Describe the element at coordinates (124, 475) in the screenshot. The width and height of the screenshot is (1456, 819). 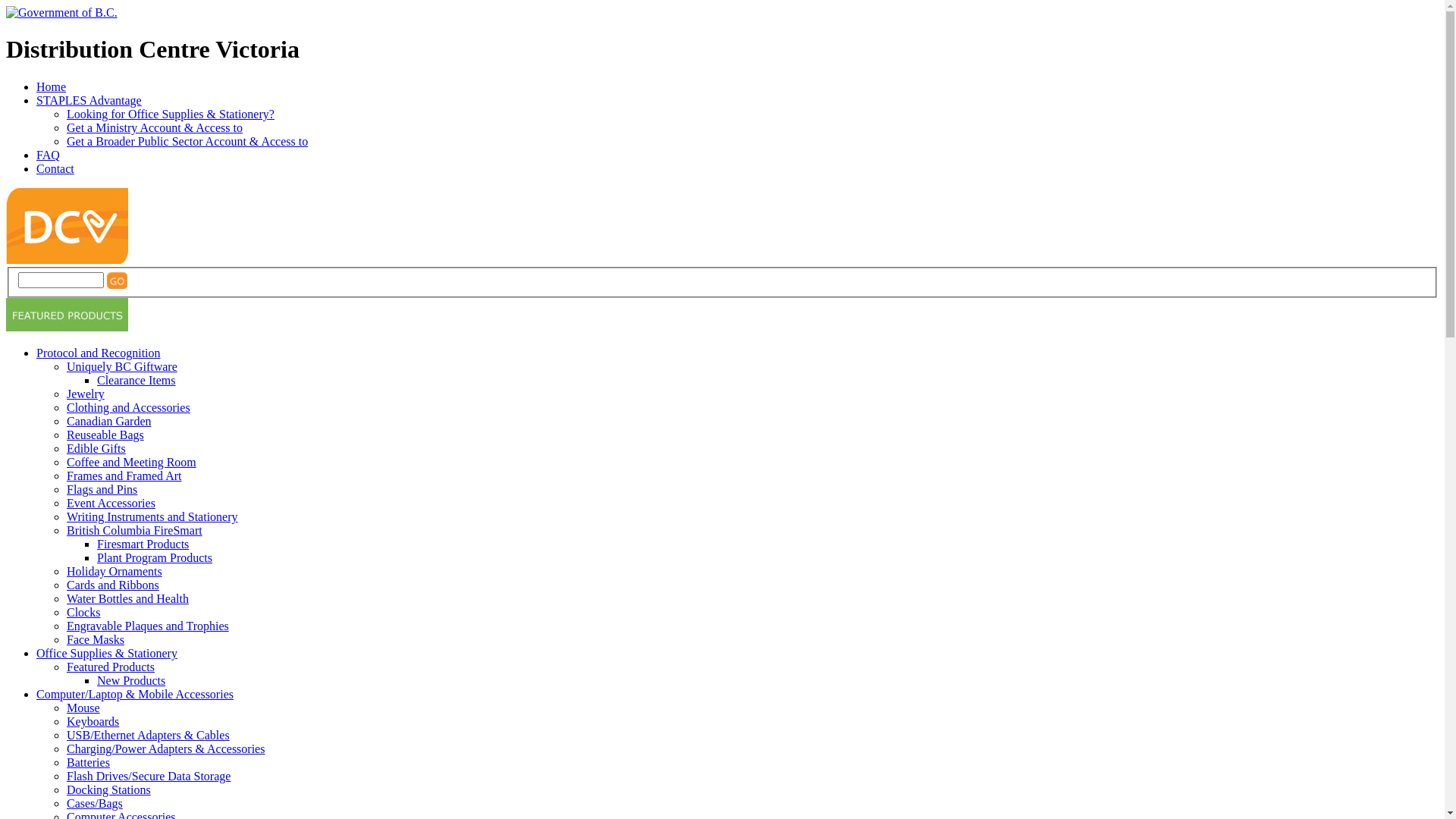
I see `'Frames and Framed Art'` at that location.